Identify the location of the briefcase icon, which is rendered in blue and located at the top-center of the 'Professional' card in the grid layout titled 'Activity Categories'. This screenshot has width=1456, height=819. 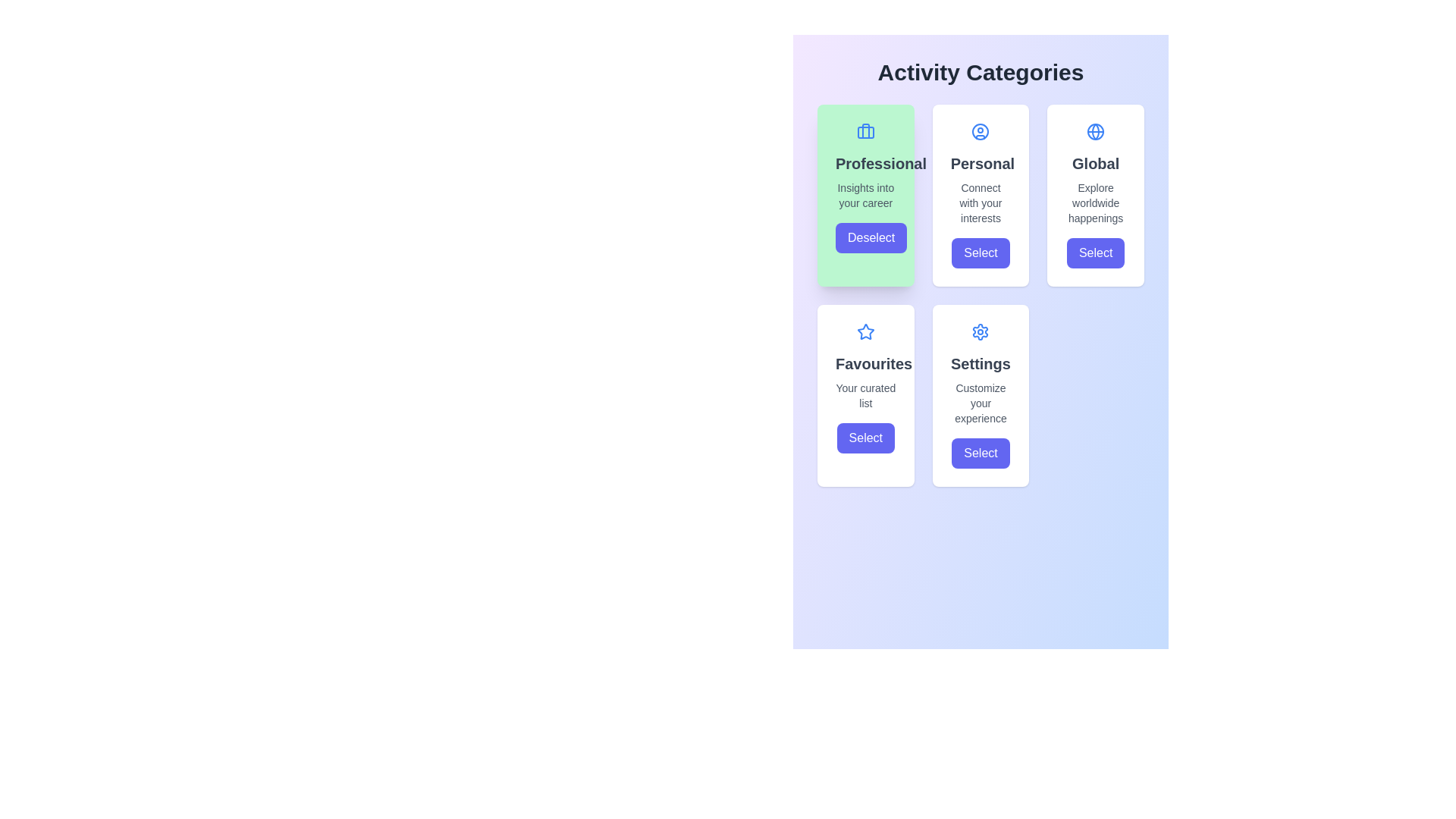
(865, 130).